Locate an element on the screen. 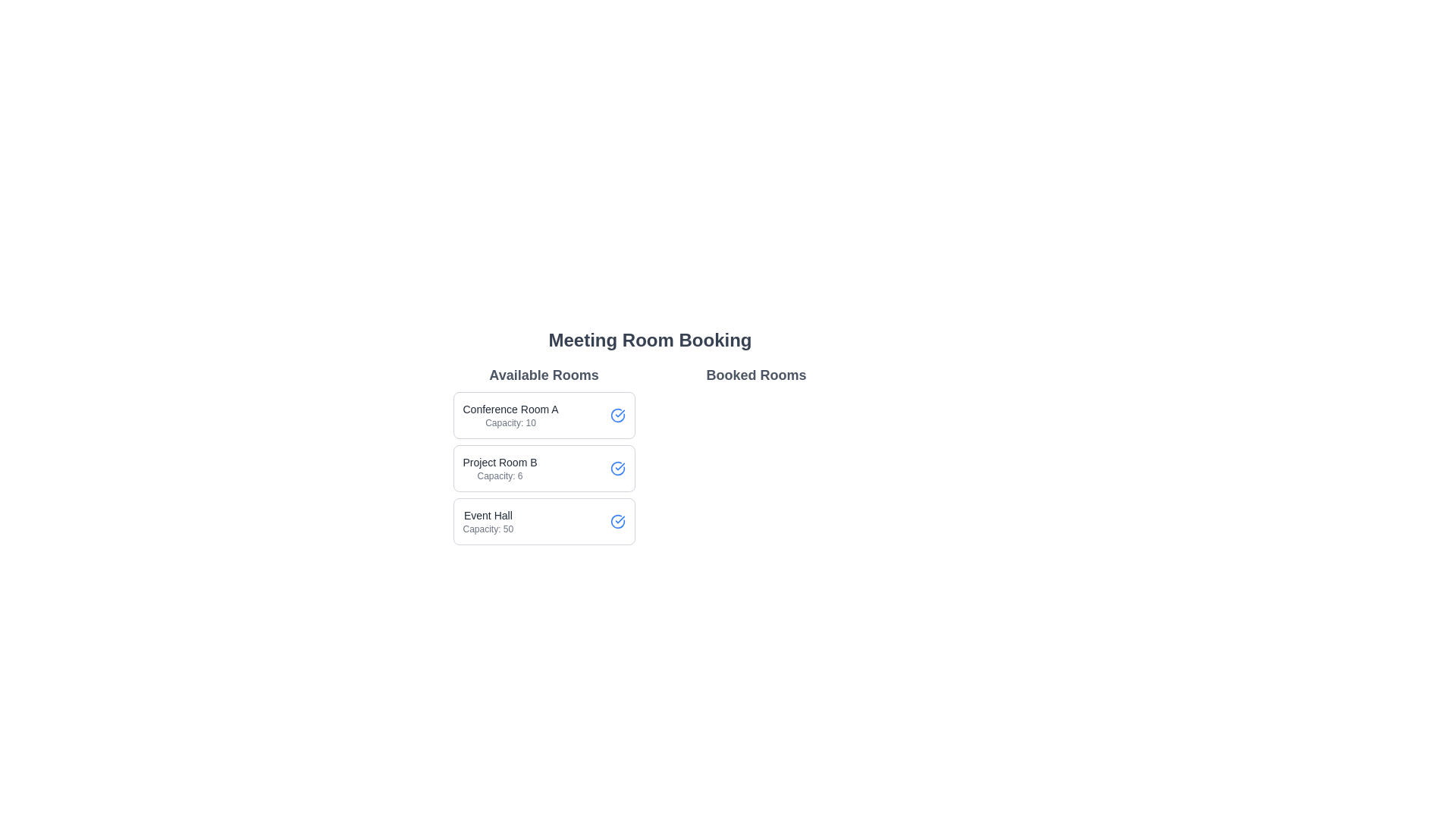 The image size is (1456, 819). the textual informational element that describes the available room, located in the 'Available Rooms' section, positioned below 'Conference Room A' and above 'Event Hall' is located at coordinates (500, 467).